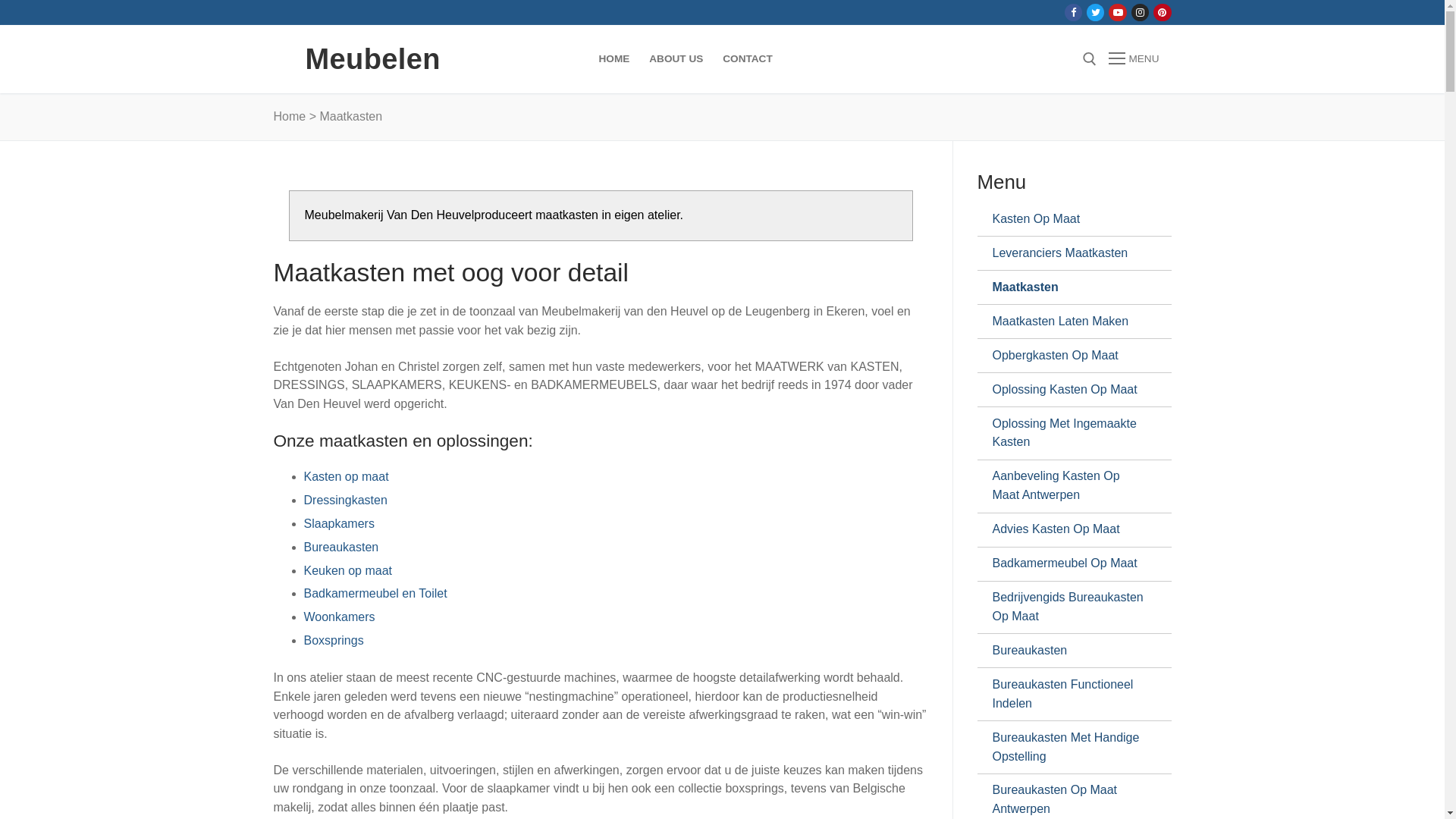 This screenshot has width=1456, height=819. I want to click on 'Badkamermeubel Op Maat', so click(1066, 564).